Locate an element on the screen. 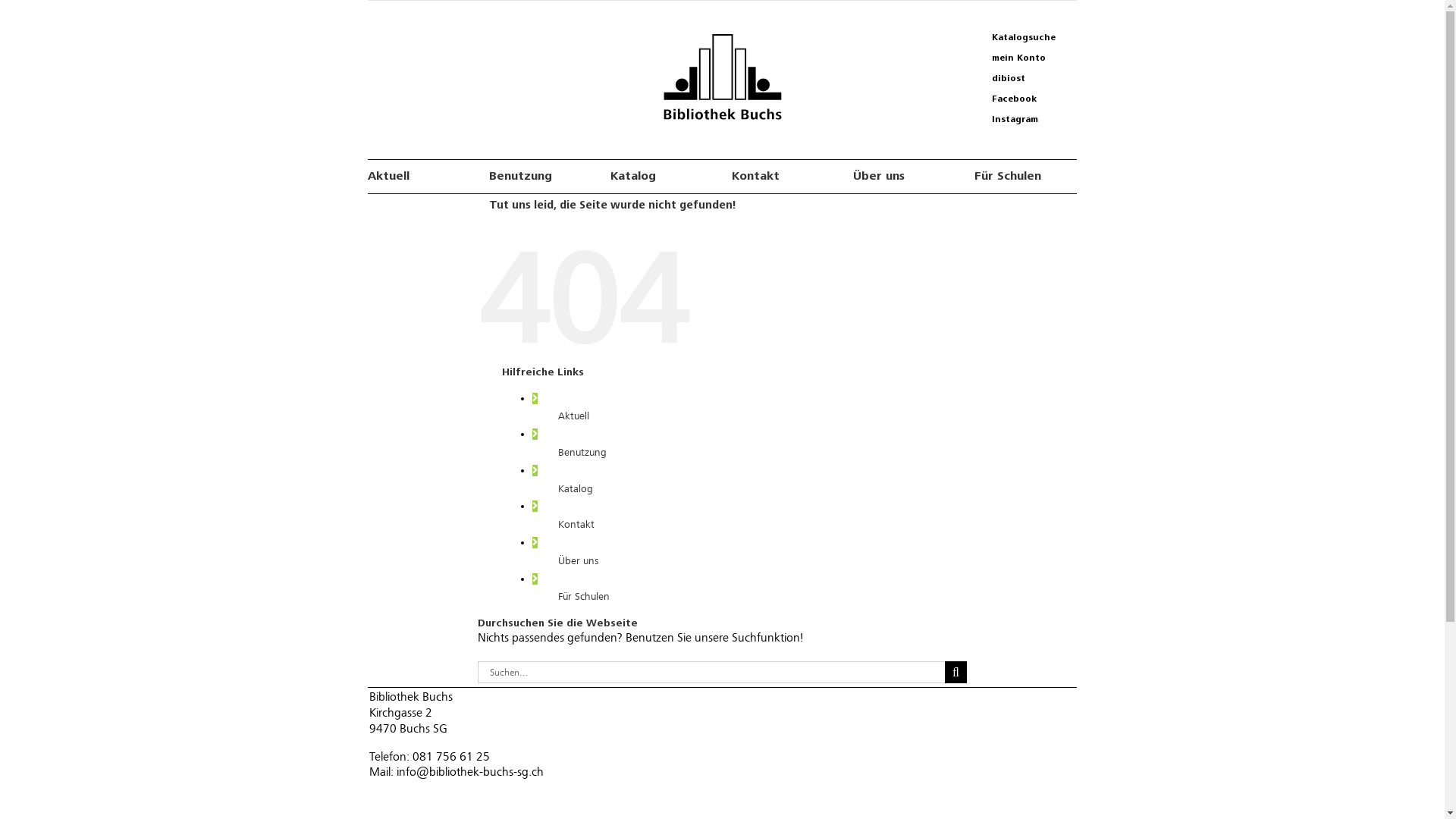 This screenshot has height=819, width=1456. 'info@bibliothek-buchs-sg.ch' is located at coordinates (397, 772).